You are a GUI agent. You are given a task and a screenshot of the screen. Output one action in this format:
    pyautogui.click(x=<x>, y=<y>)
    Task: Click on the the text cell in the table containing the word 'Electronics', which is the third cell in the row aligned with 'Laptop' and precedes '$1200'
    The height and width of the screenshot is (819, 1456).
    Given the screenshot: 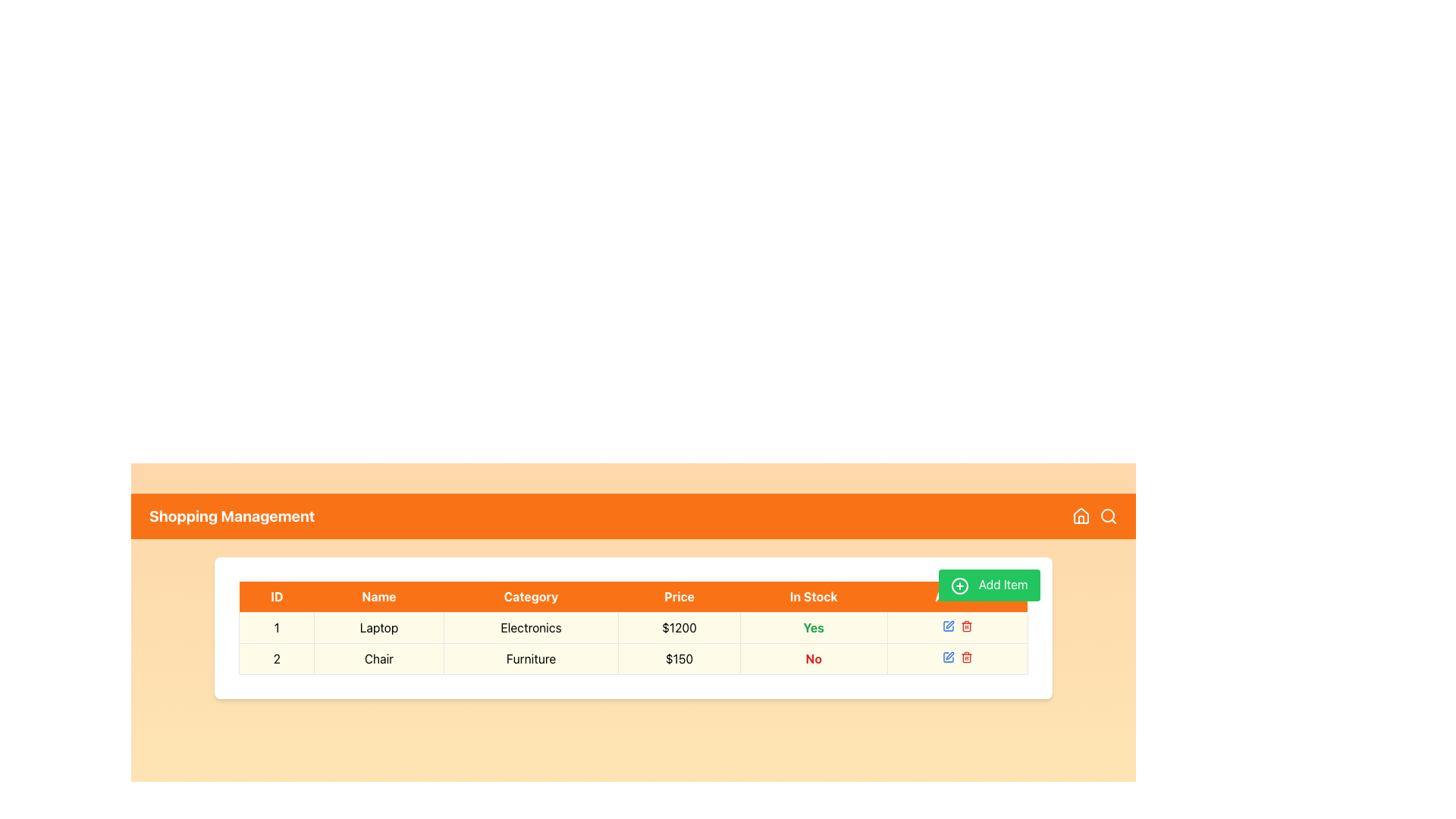 What is the action you would take?
    pyautogui.click(x=531, y=628)
    